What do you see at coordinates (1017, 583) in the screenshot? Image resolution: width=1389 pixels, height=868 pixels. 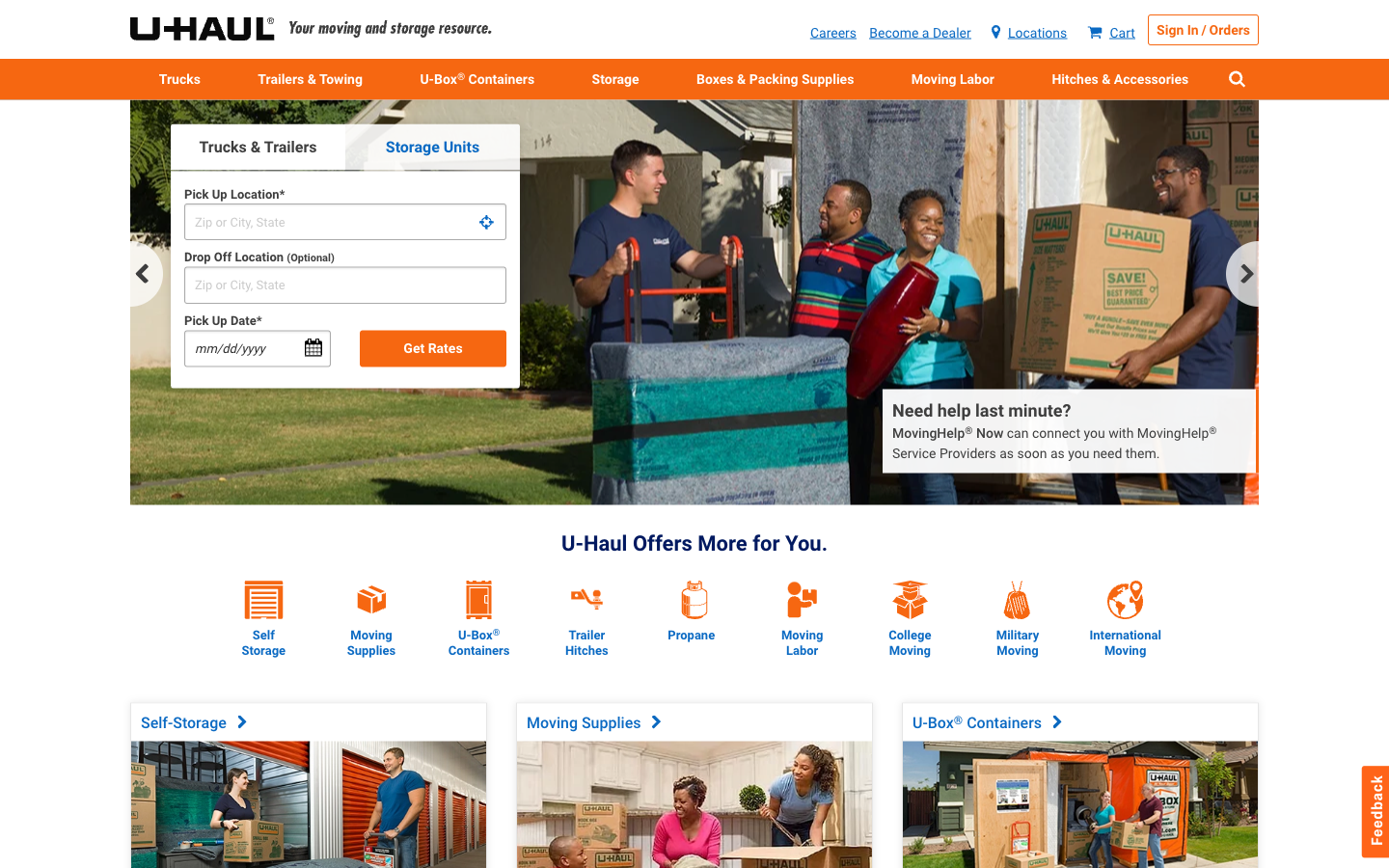 I see `Do you provide discounts for military veterans?` at bounding box center [1017, 583].